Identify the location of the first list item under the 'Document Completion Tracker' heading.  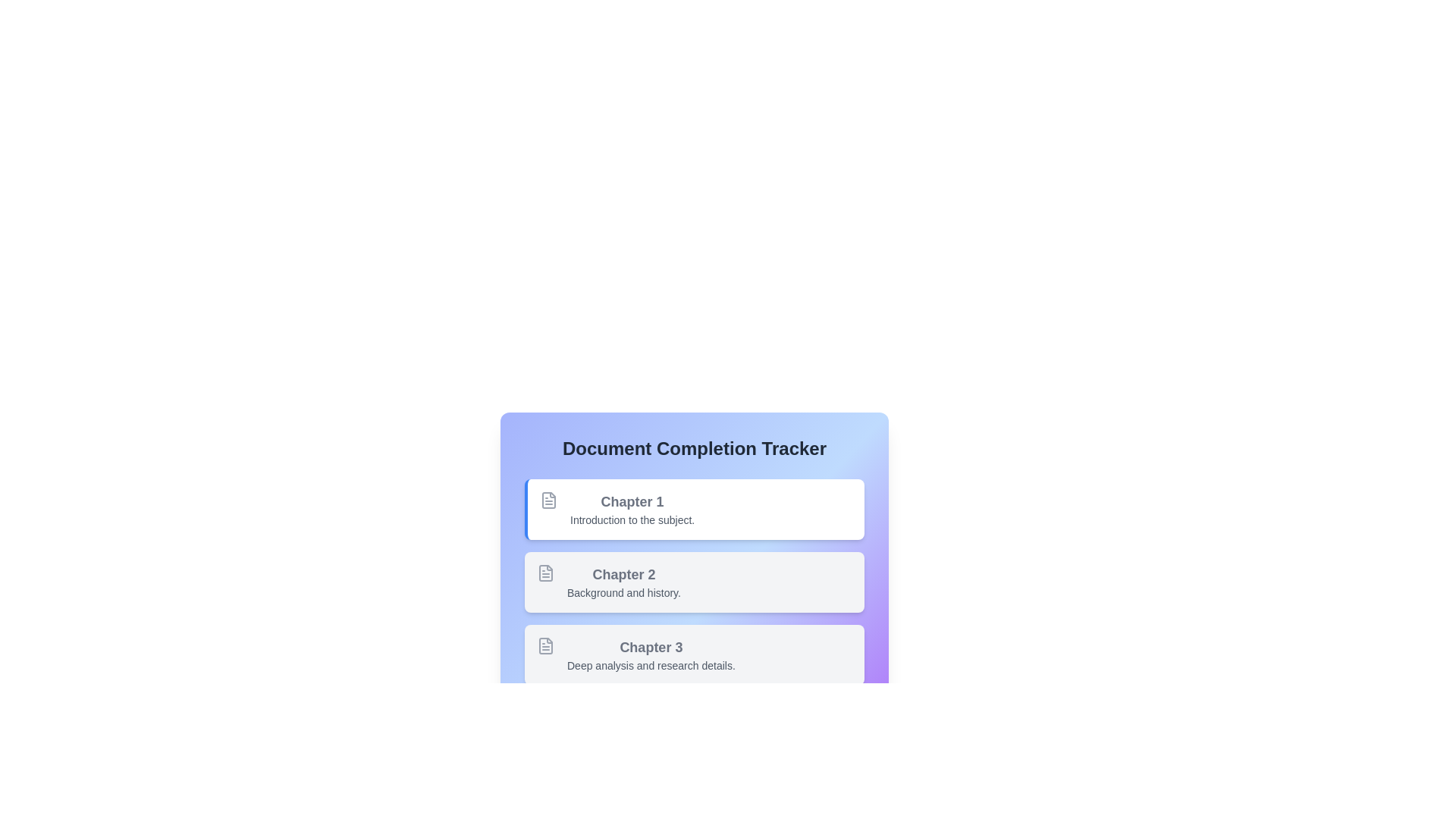
(694, 537).